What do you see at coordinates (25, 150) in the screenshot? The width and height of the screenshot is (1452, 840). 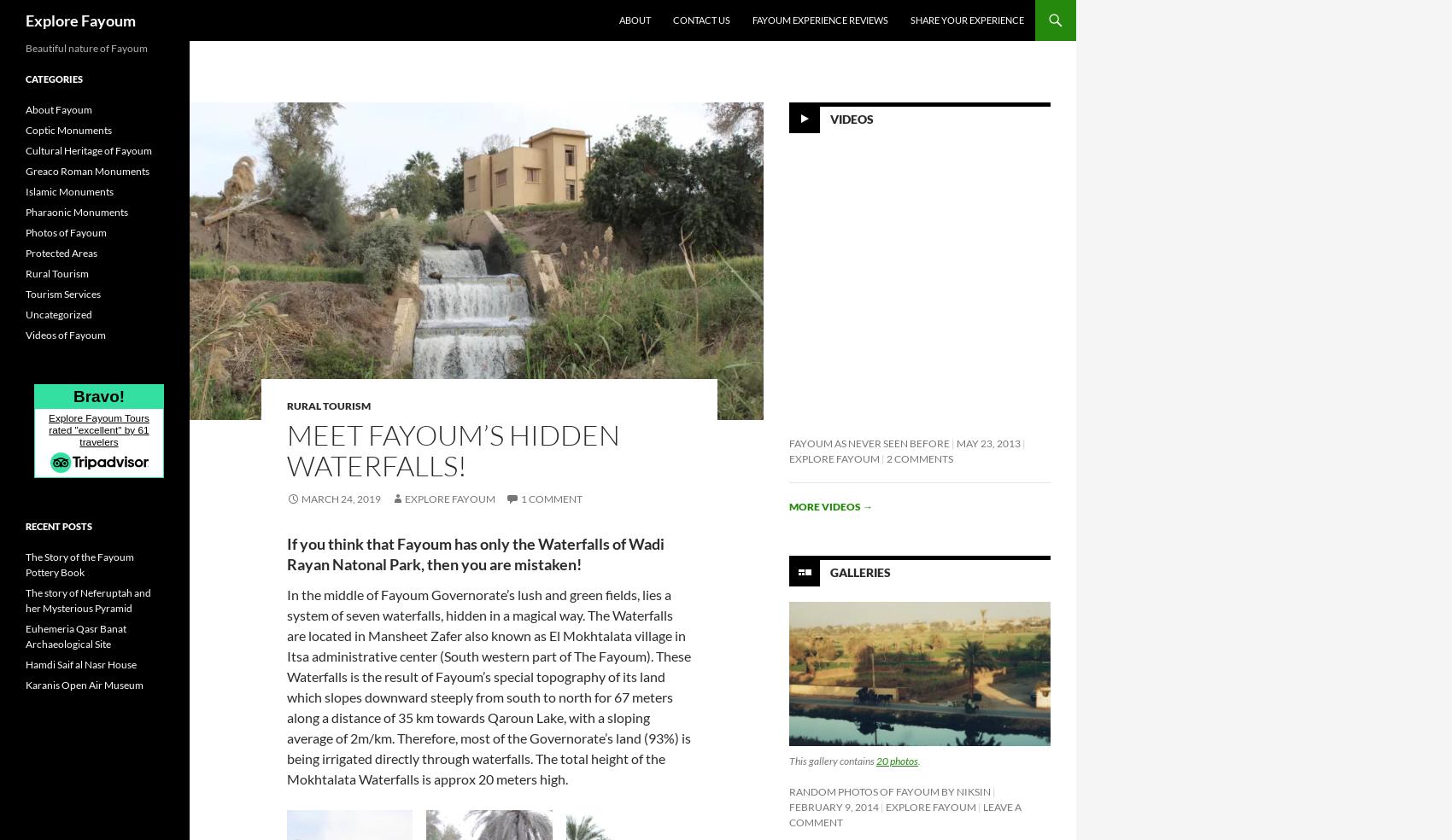 I see `'Cultural Heritage of Fayoum'` at bounding box center [25, 150].